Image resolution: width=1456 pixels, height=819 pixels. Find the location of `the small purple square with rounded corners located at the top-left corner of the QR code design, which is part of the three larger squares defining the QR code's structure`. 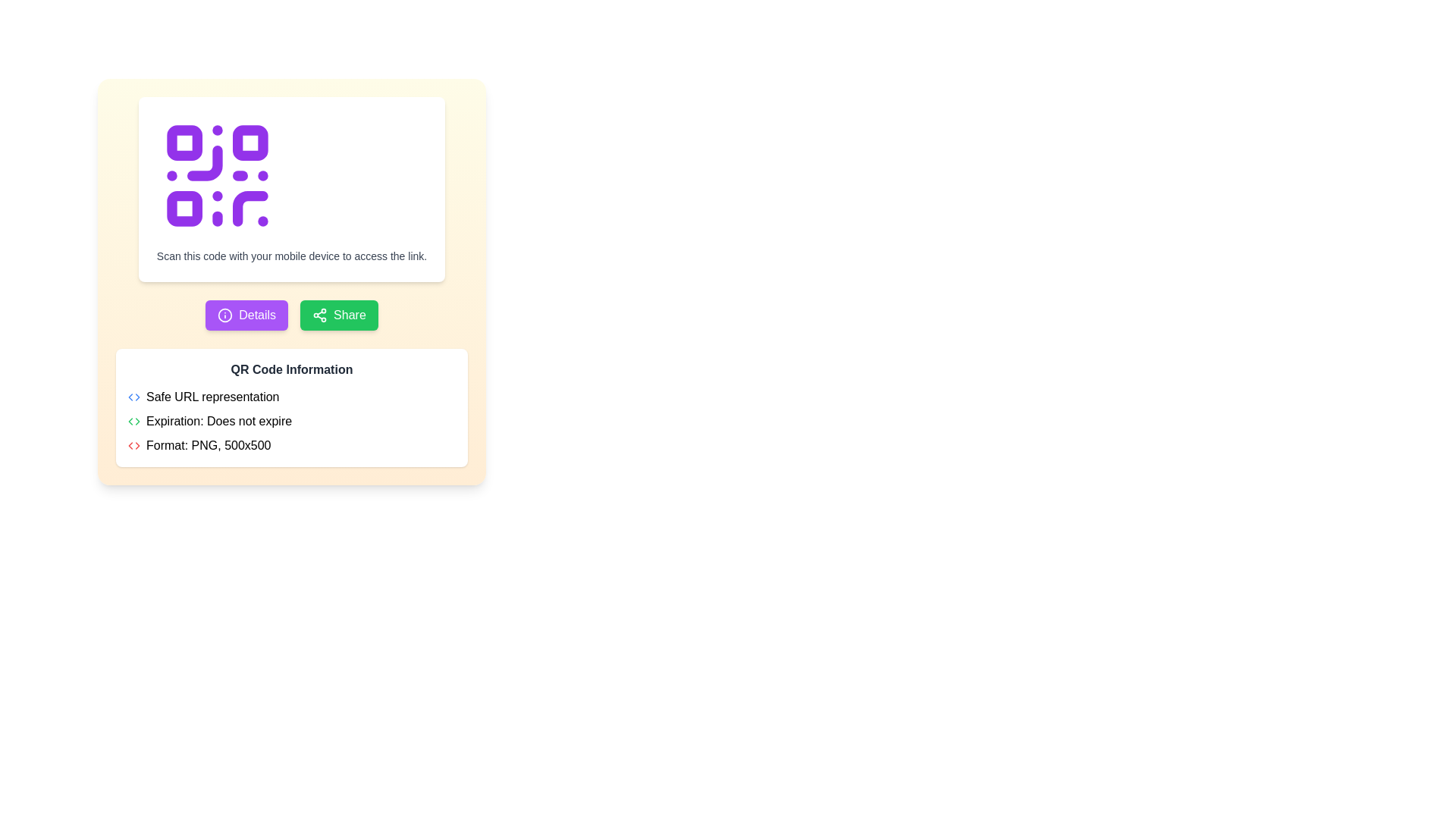

the small purple square with rounded corners located at the top-left corner of the QR code design, which is part of the three larger squares defining the QR code's structure is located at coordinates (184, 143).